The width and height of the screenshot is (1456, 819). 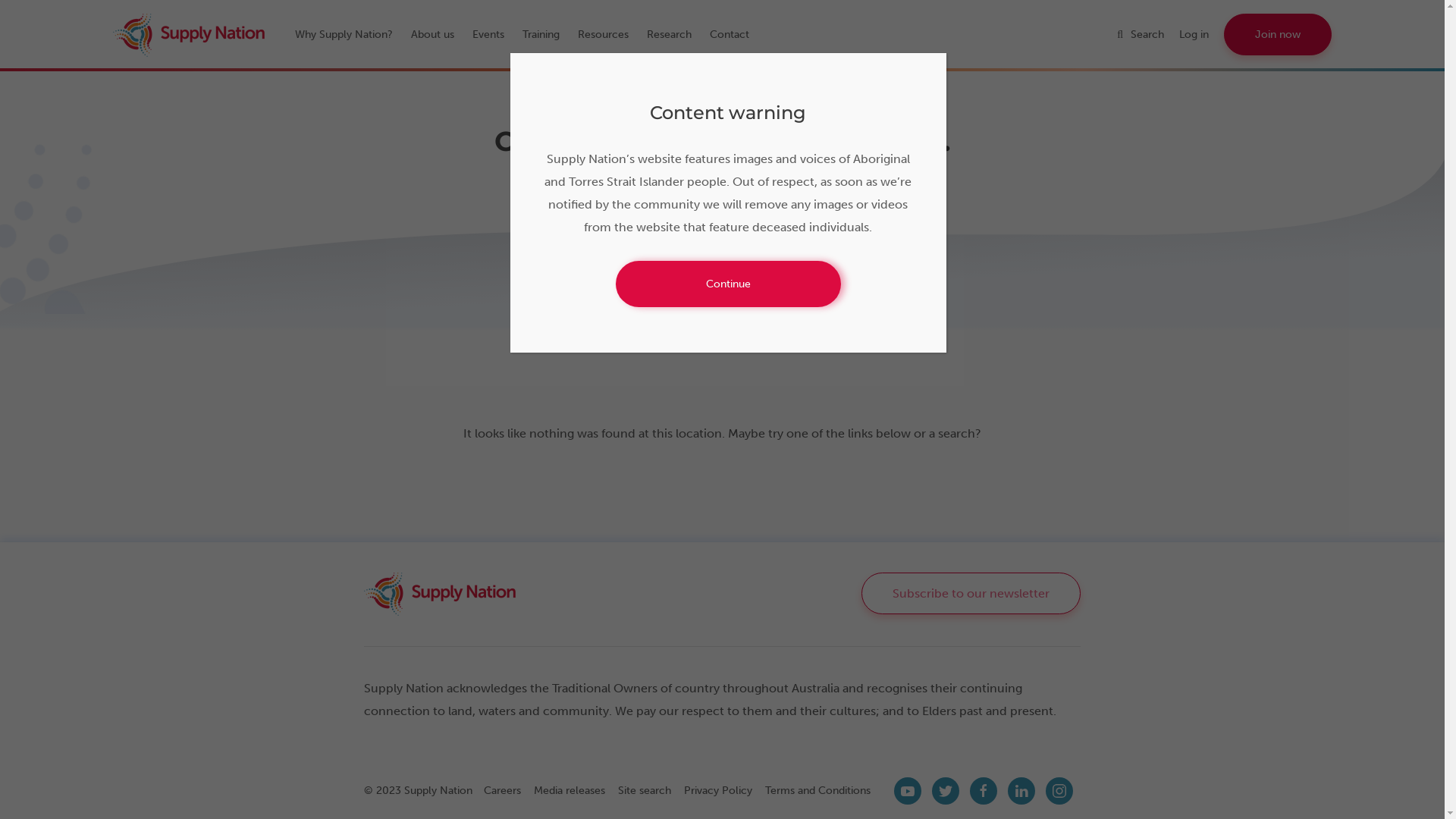 I want to click on 'Supply Nation on YouTube', so click(x=907, y=789).